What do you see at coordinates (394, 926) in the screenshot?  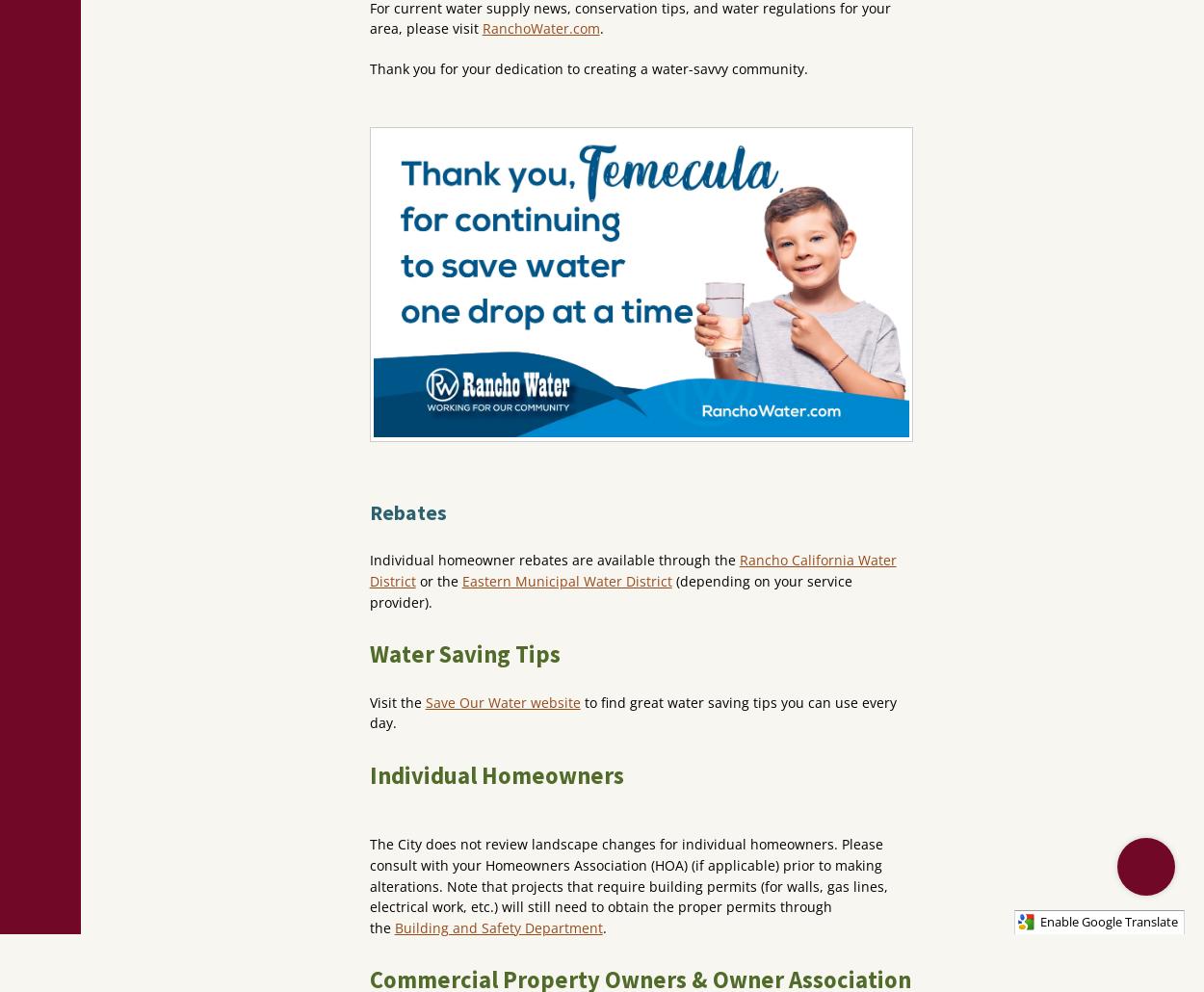 I see `'Building and Safety Department'` at bounding box center [394, 926].